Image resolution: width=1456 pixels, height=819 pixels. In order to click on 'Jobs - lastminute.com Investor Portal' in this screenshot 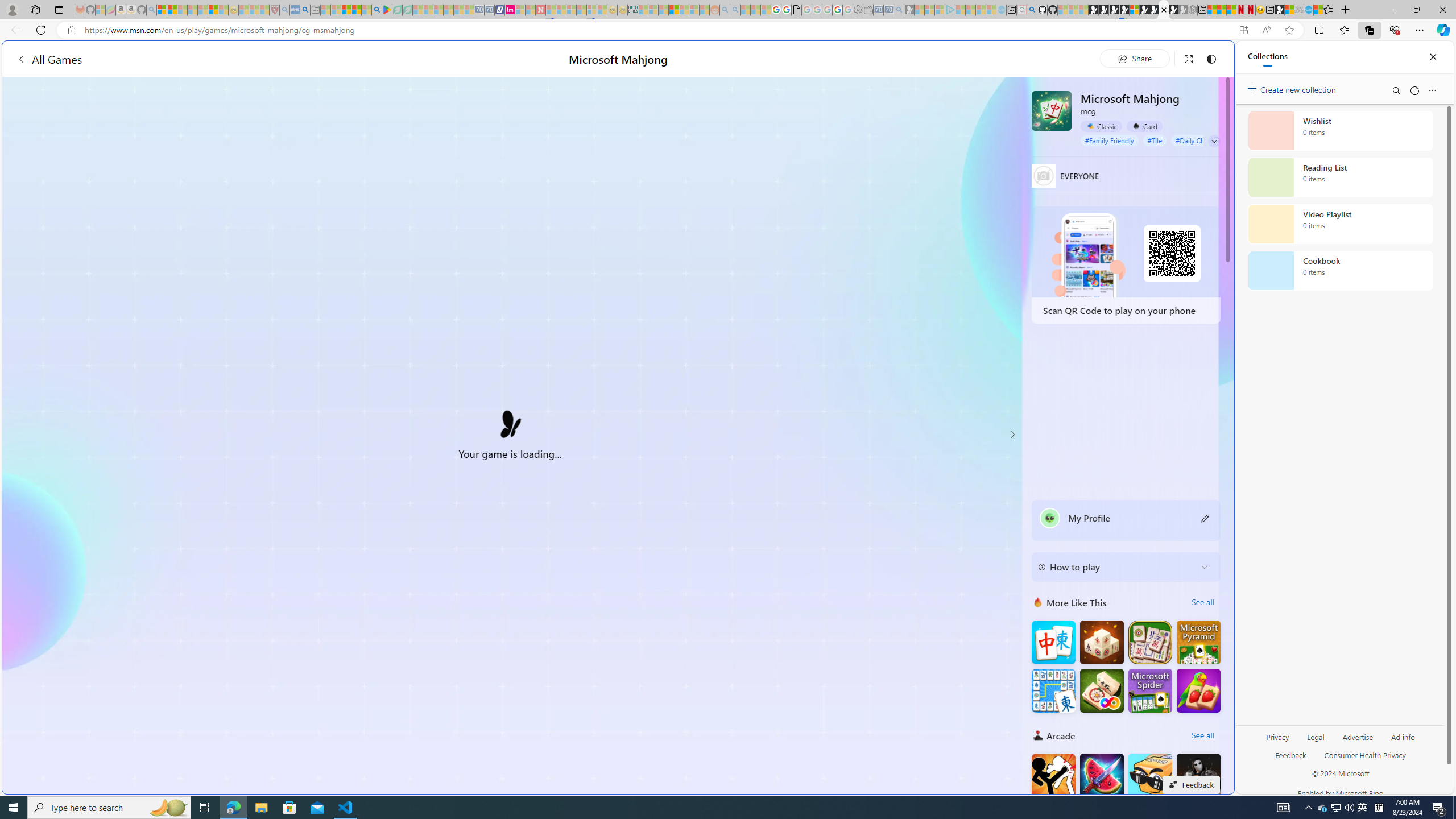, I will do `click(510, 9)`.